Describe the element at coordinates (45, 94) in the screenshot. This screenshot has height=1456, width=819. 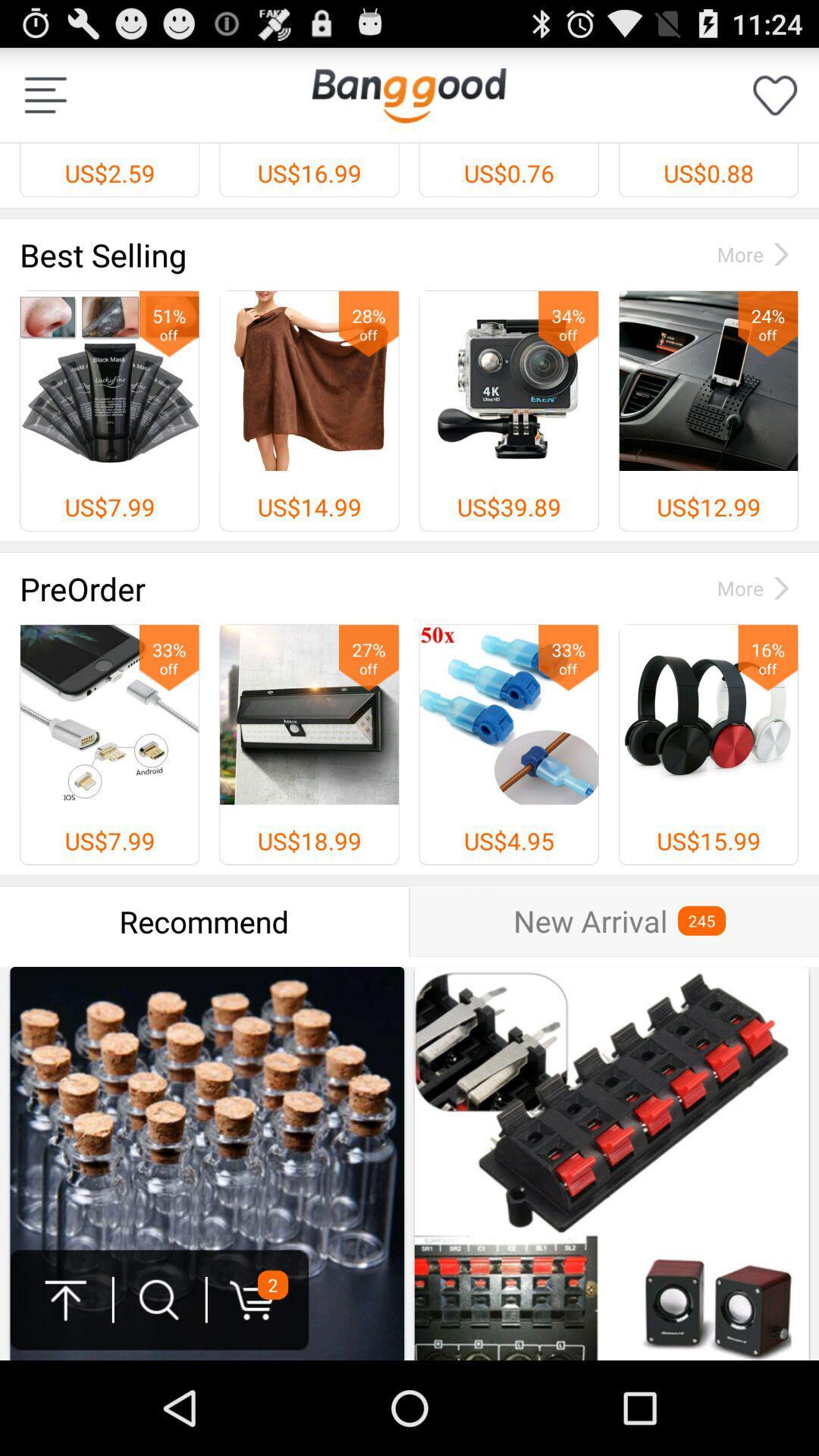
I see `dock` at that location.